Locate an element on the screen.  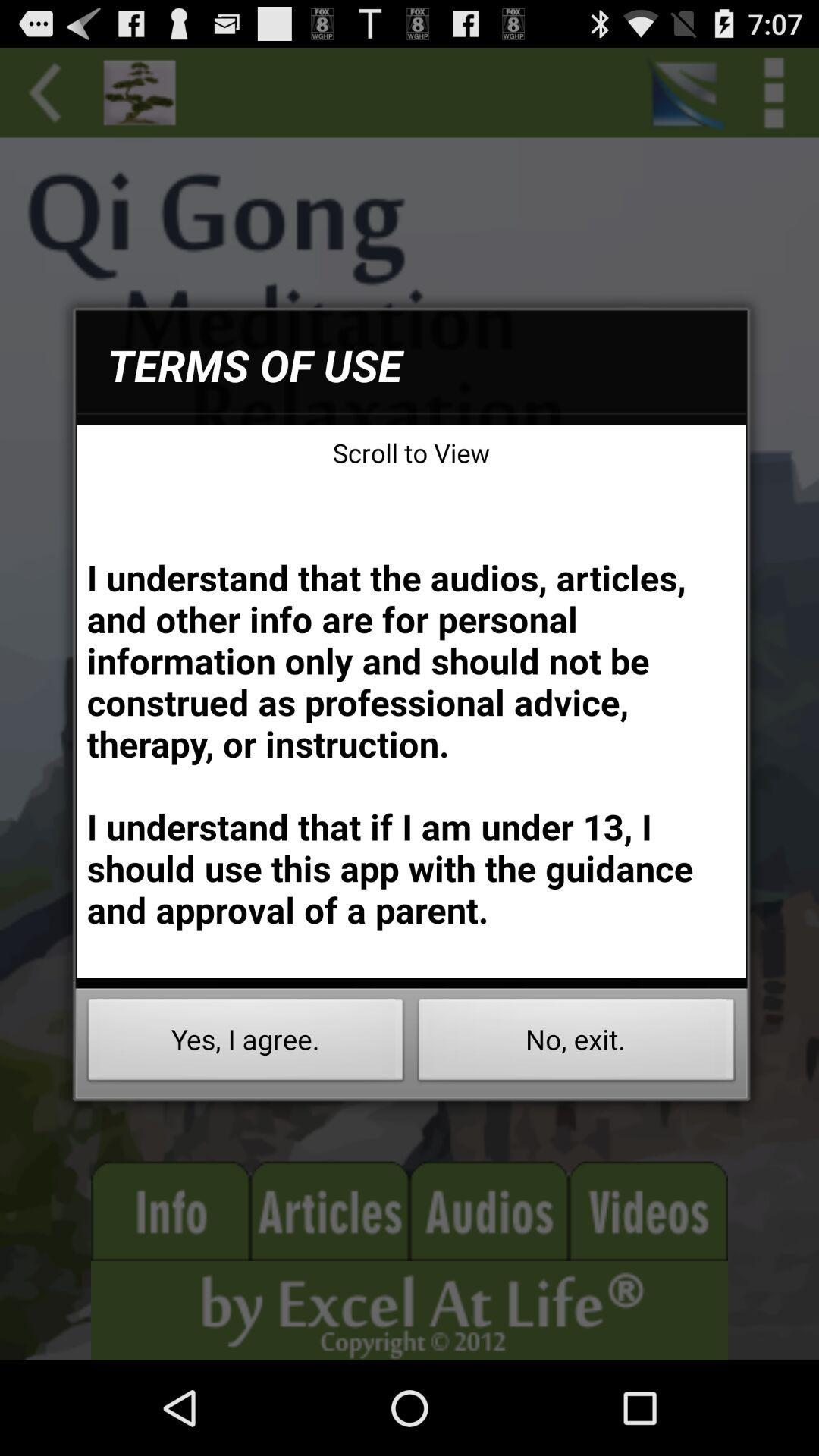
no, exit. item is located at coordinates (576, 1043).